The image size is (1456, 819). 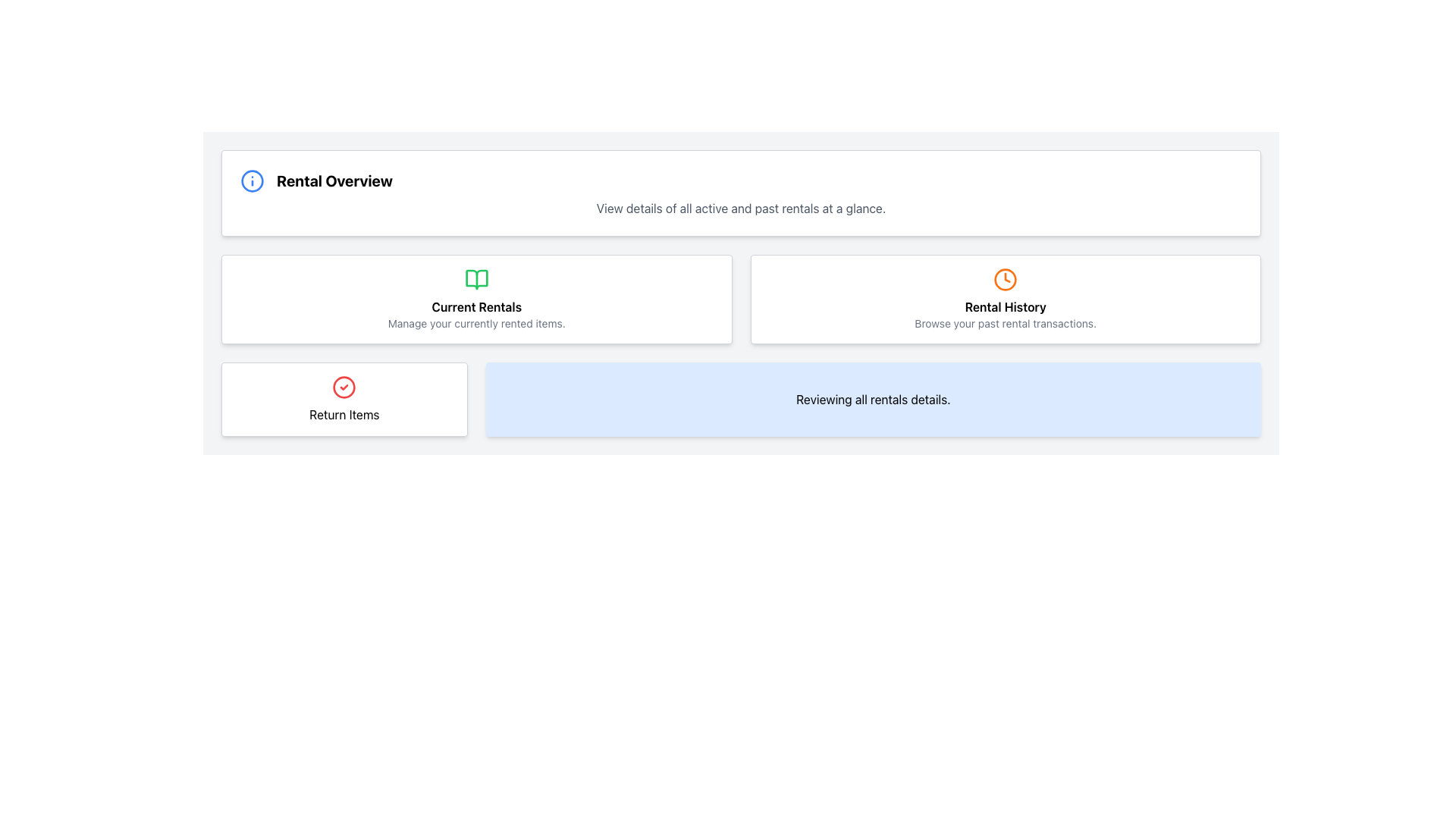 I want to click on the circular clock icon with an orange outline and hands located above the 'Rental History' heading in the Rental History card, so click(x=1006, y=280).